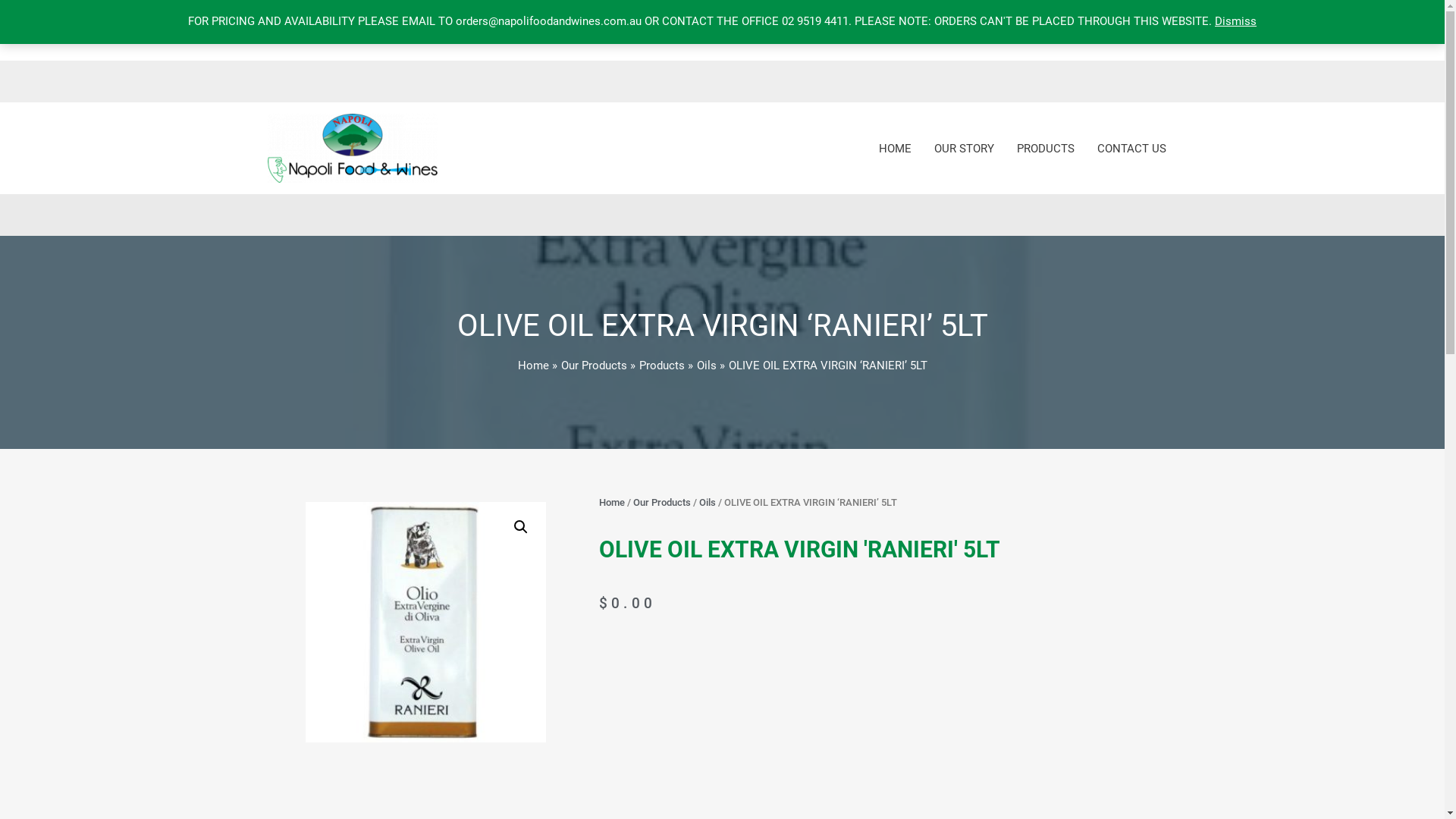 This screenshot has width=1456, height=819. What do you see at coordinates (1044, 148) in the screenshot?
I see `'PRODUCTS'` at bounding box center [1044, 148].